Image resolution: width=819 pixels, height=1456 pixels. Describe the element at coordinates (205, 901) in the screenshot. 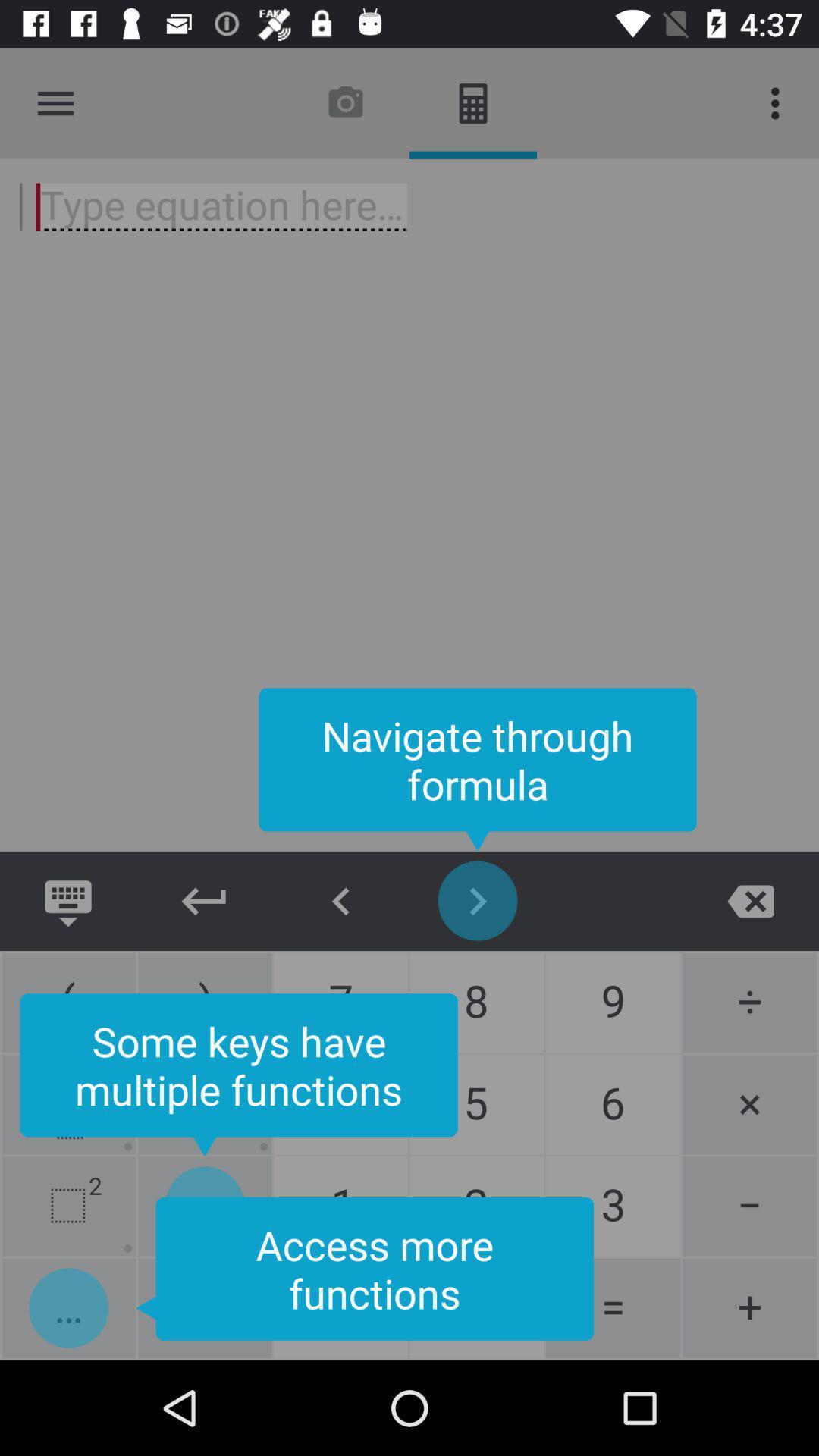

I see `go back` at that location.